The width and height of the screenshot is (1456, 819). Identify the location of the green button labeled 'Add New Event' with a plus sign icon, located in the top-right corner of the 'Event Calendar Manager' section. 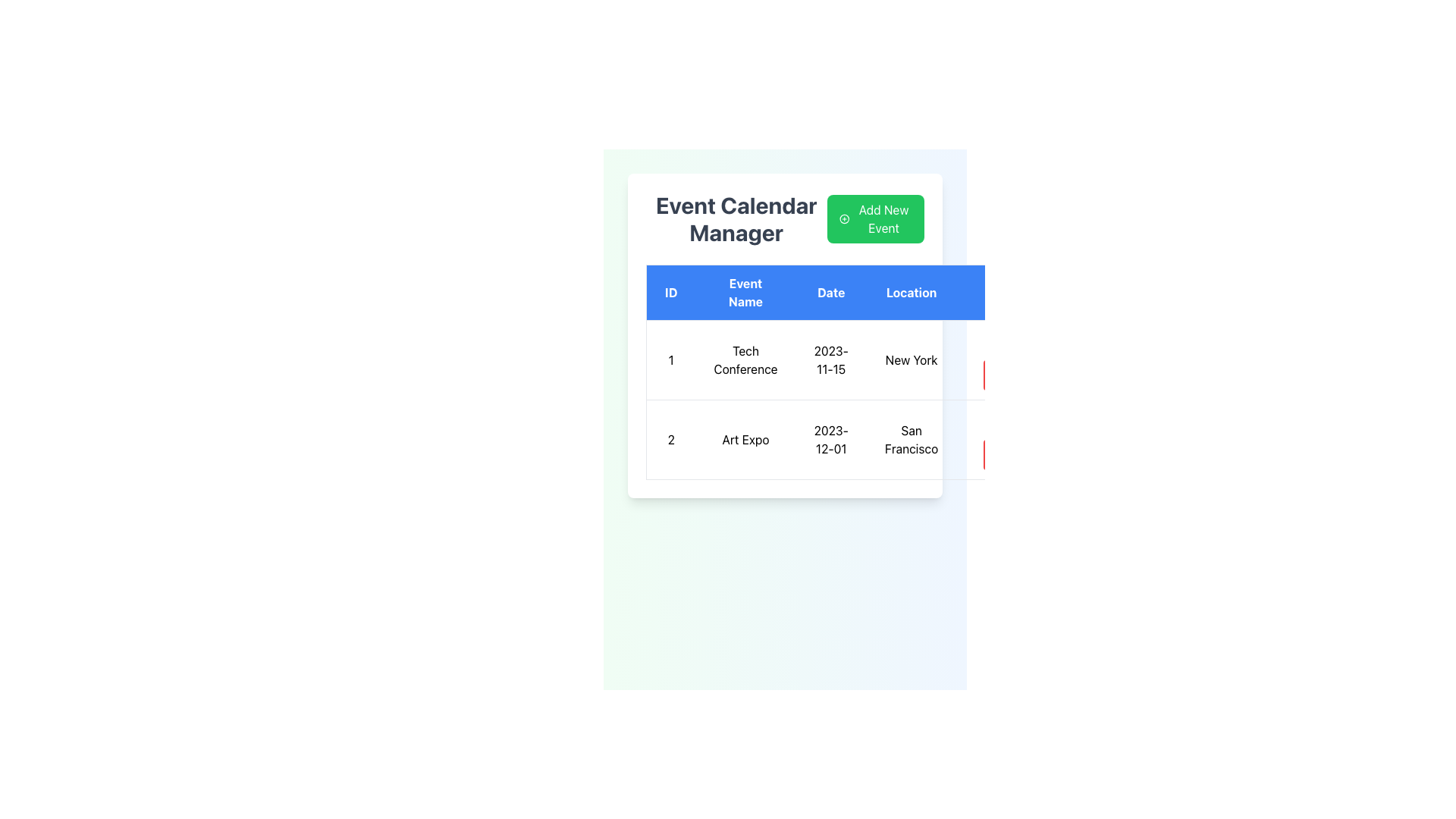
(875, 219).